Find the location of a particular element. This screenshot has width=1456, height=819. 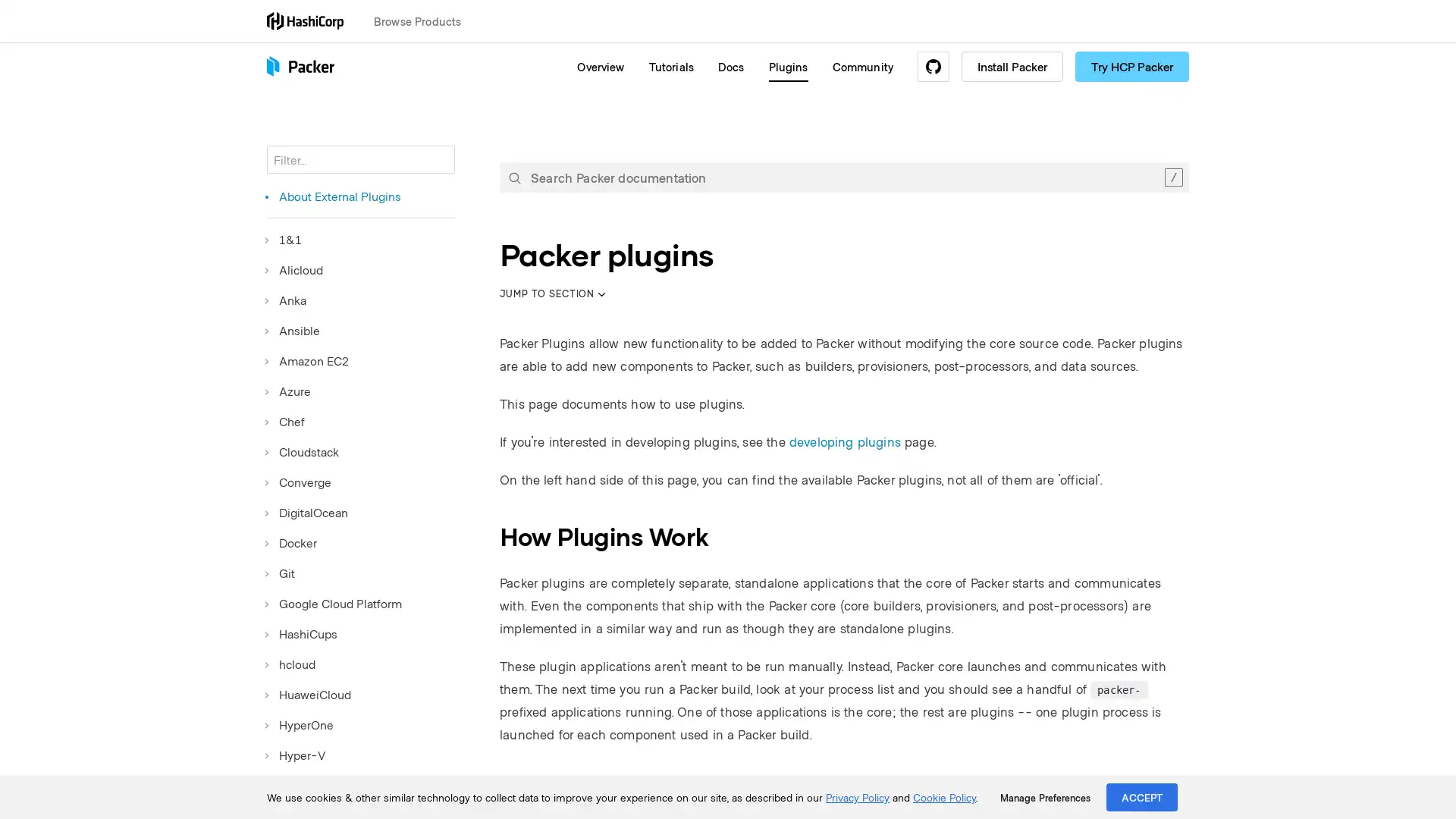

Alicloud is located at coordinates (294, 268).